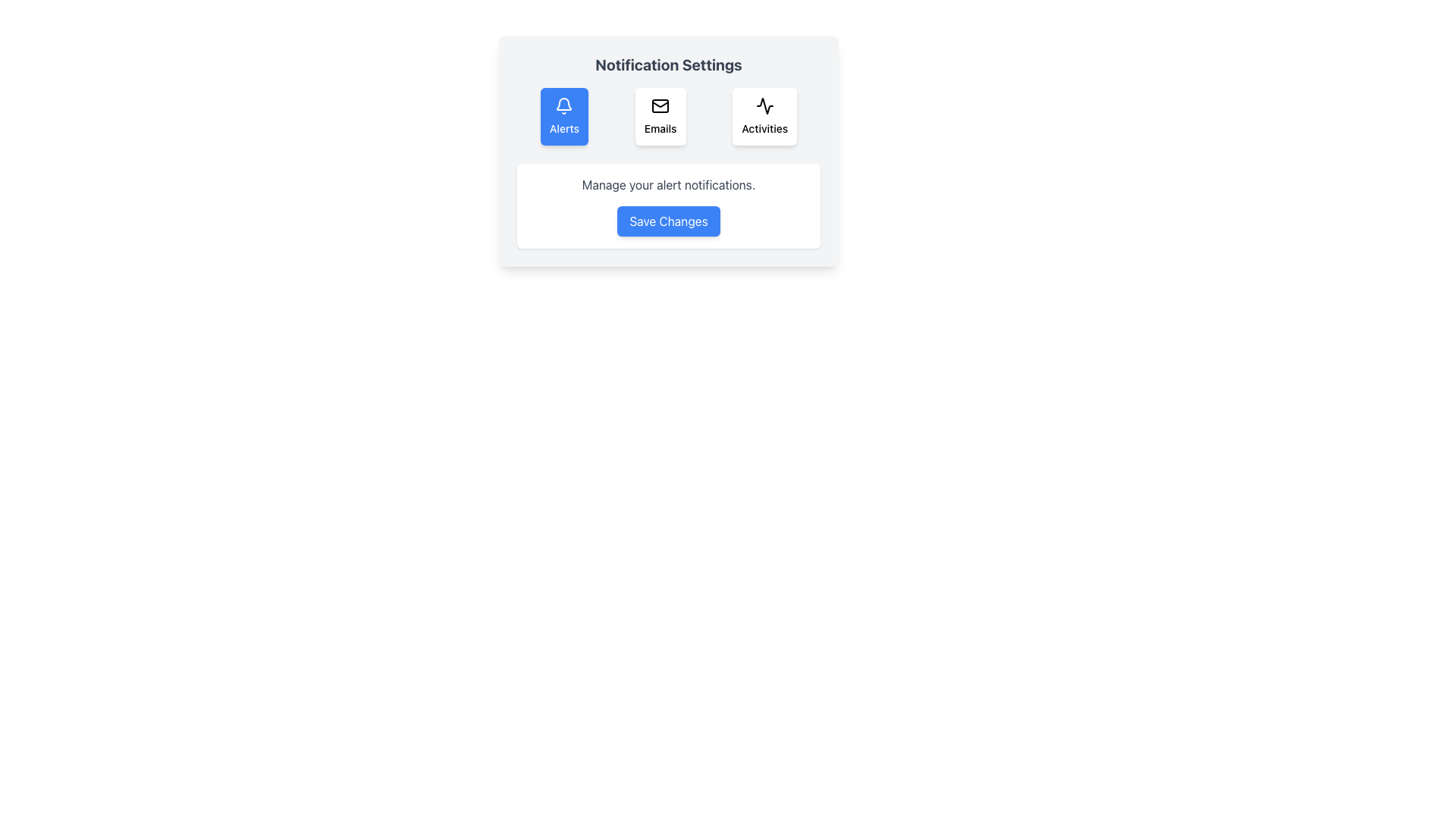 The width and height of the screenshot is (1456, 819). Describe the element at coordinates (764, 116) in the screenshot. I see `the 'Activities' button with a heartbeat icon located in the 'Notification Settings' panel, which is the third button in a horizontal group of three buttons` at that location.